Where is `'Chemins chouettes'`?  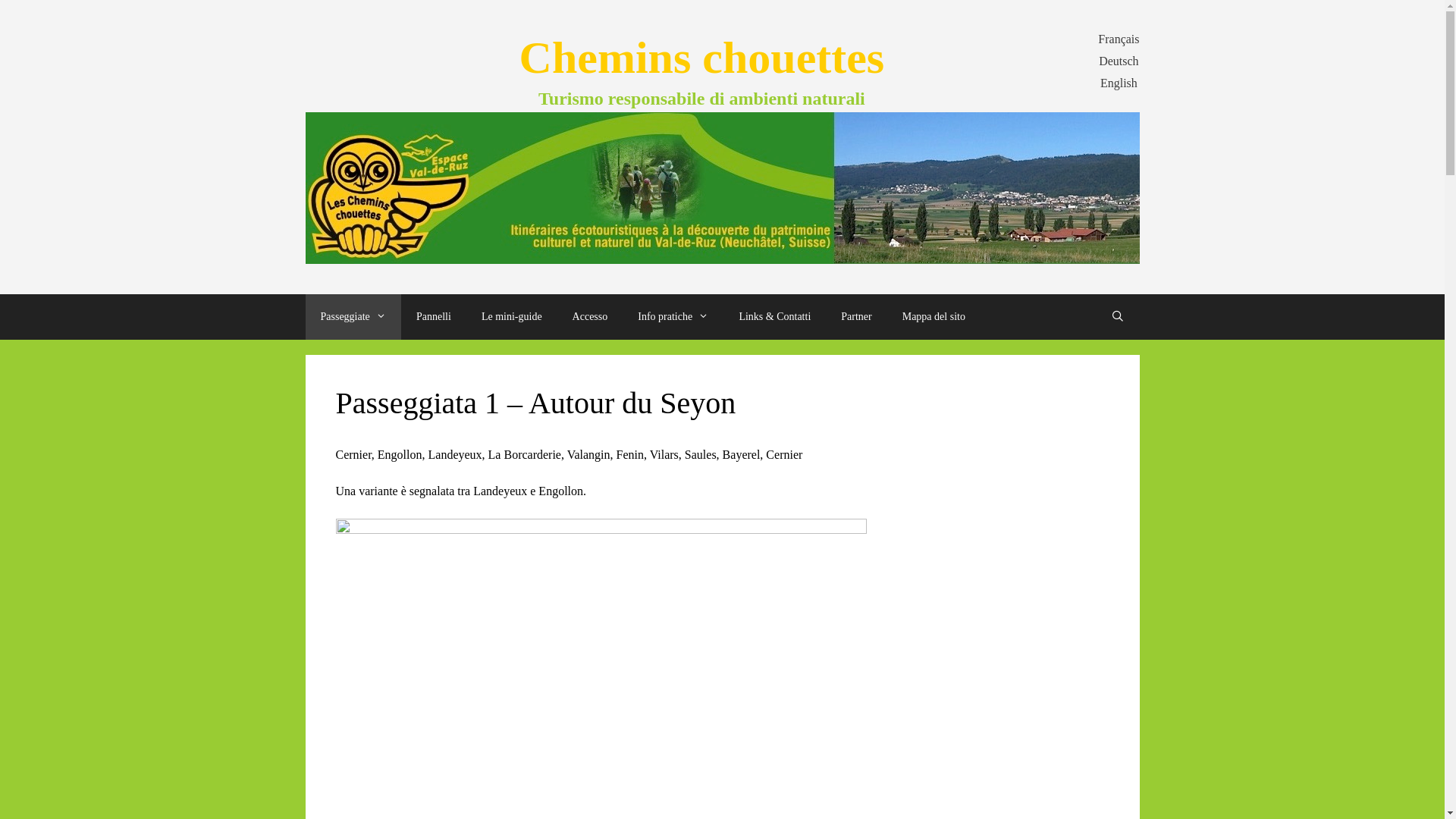 'Chemins chouettes' is located at coordinates (701, 57).